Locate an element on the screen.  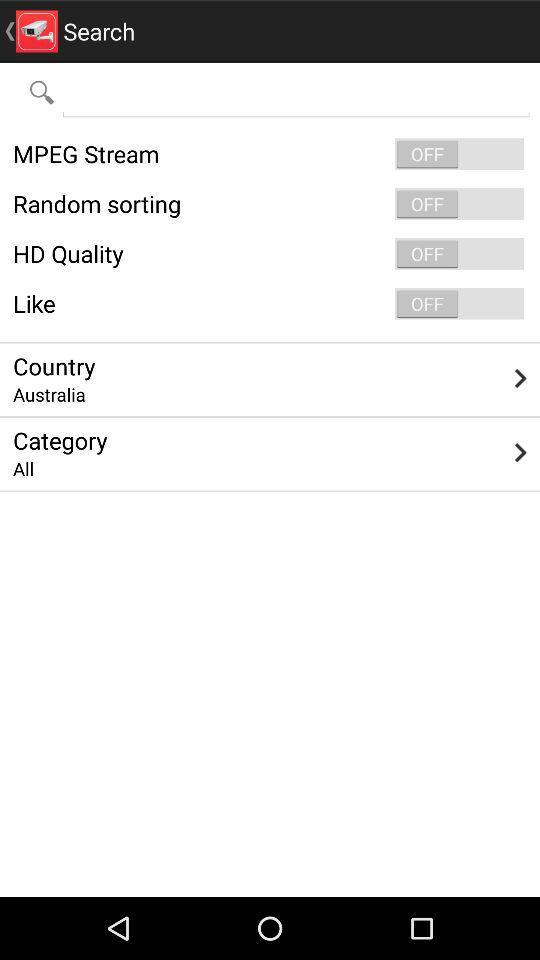
type search is located at coordinates (295, 91).